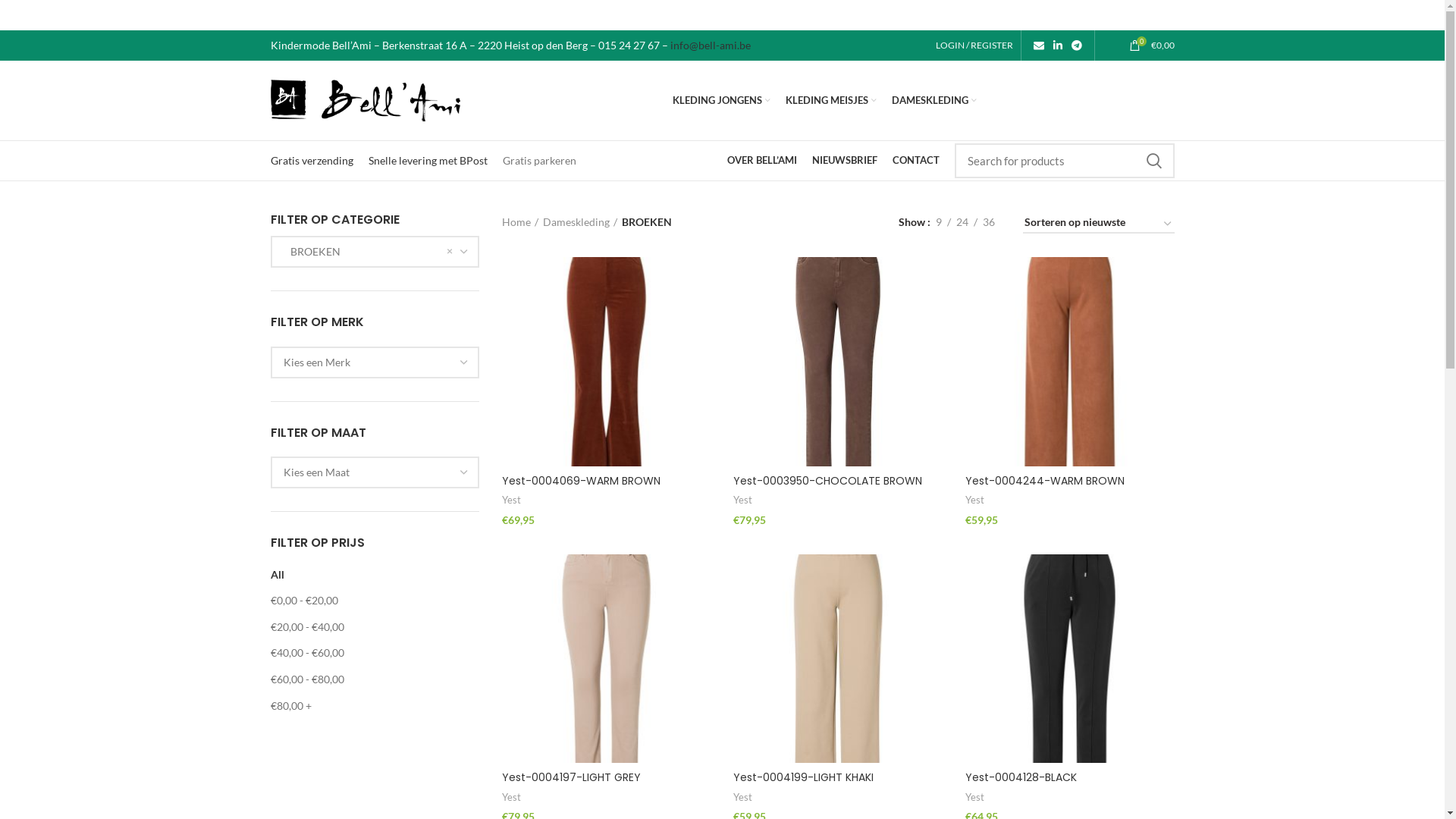 Image resolution: width=1456 pixels, height=819 pixels. What do you see at coordinates (269, 160) in the screenshot?
I see `'Gratis verzending'` at bounding box center [269, 160].